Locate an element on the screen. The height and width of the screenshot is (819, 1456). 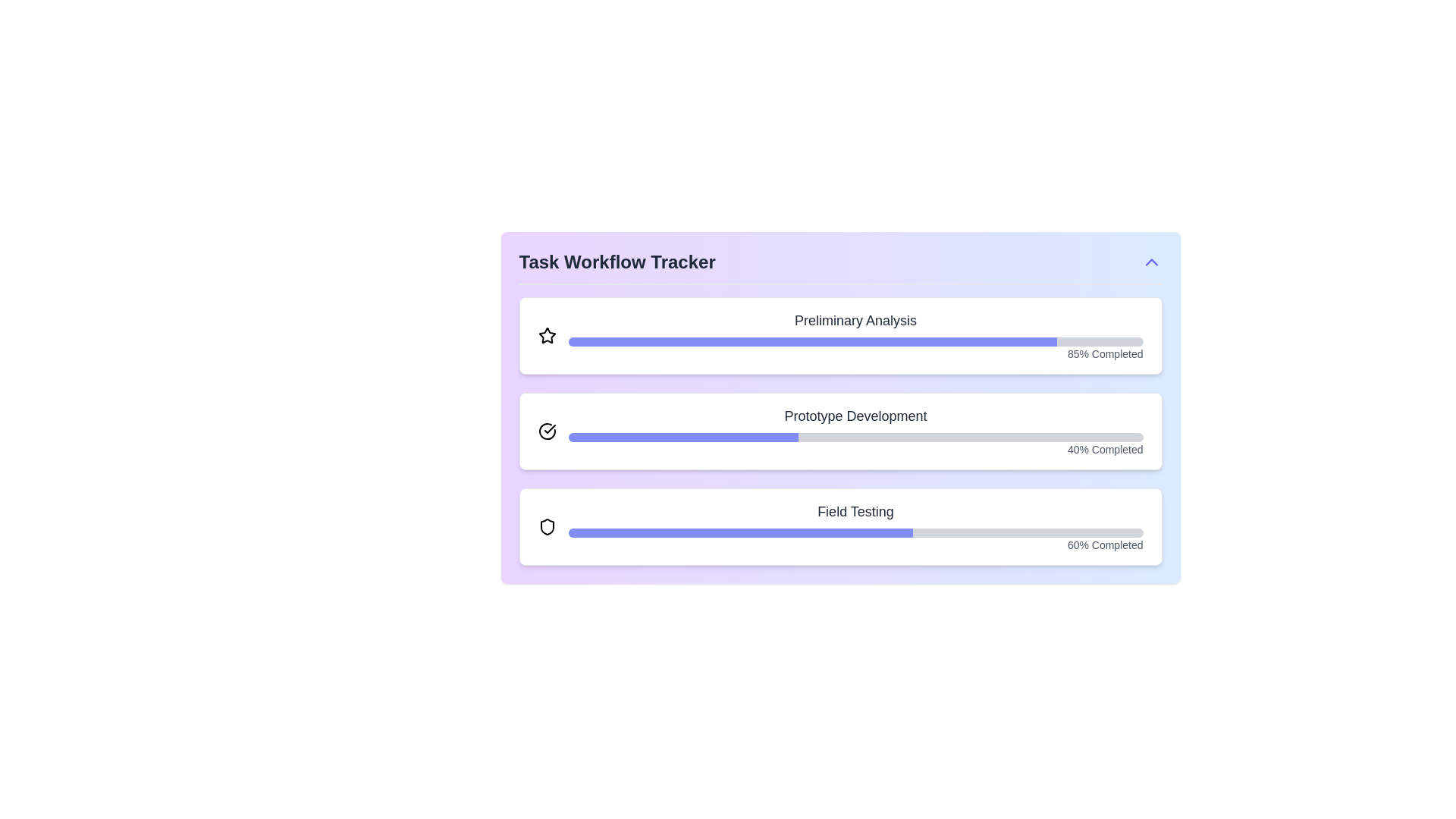
the blue rectangular progress bar fill representing 60% completion in the 'Field Testing' task indicator is located at coordinates (740, 532).